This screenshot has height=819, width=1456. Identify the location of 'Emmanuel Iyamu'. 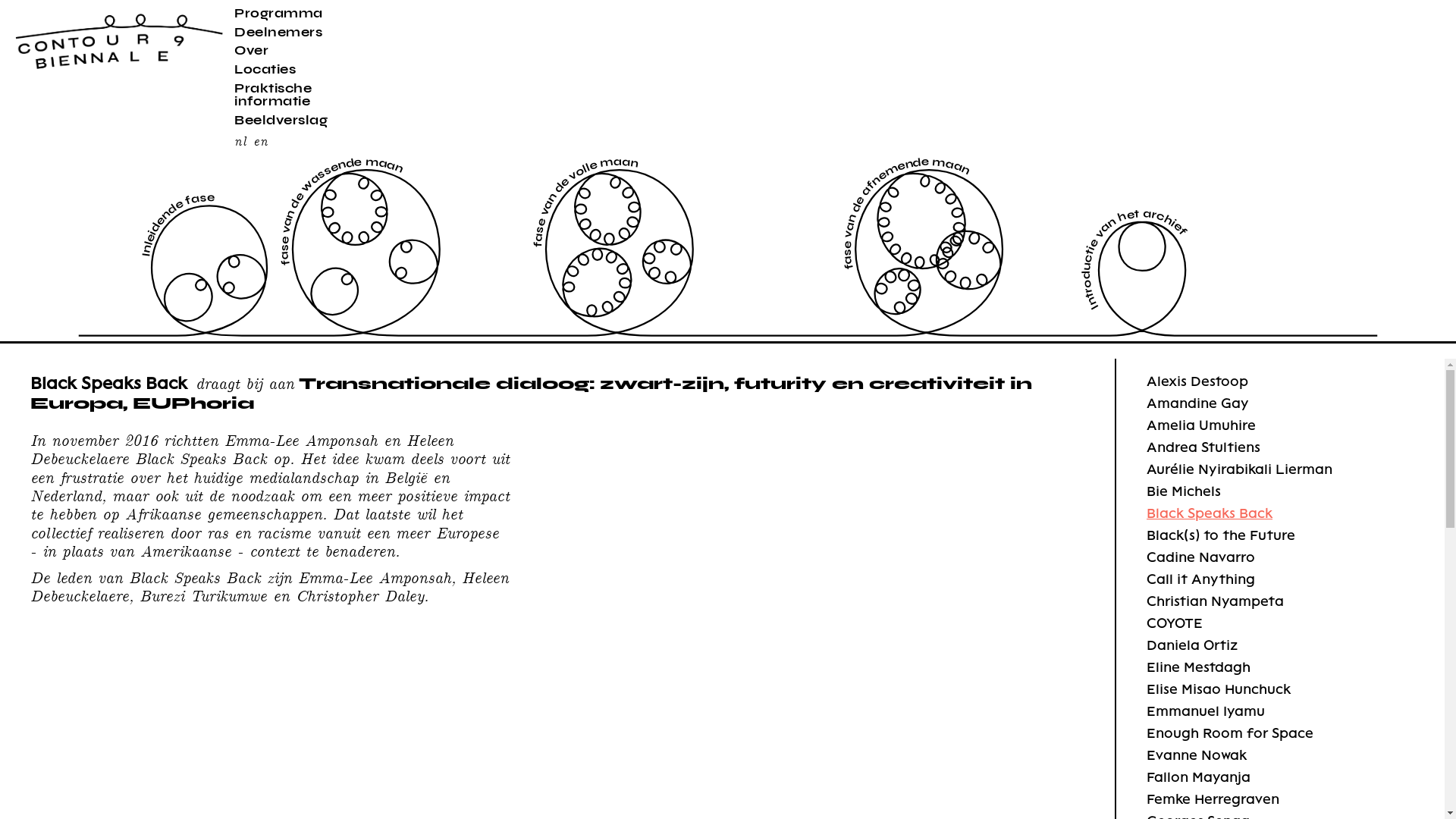
(1147, 711).